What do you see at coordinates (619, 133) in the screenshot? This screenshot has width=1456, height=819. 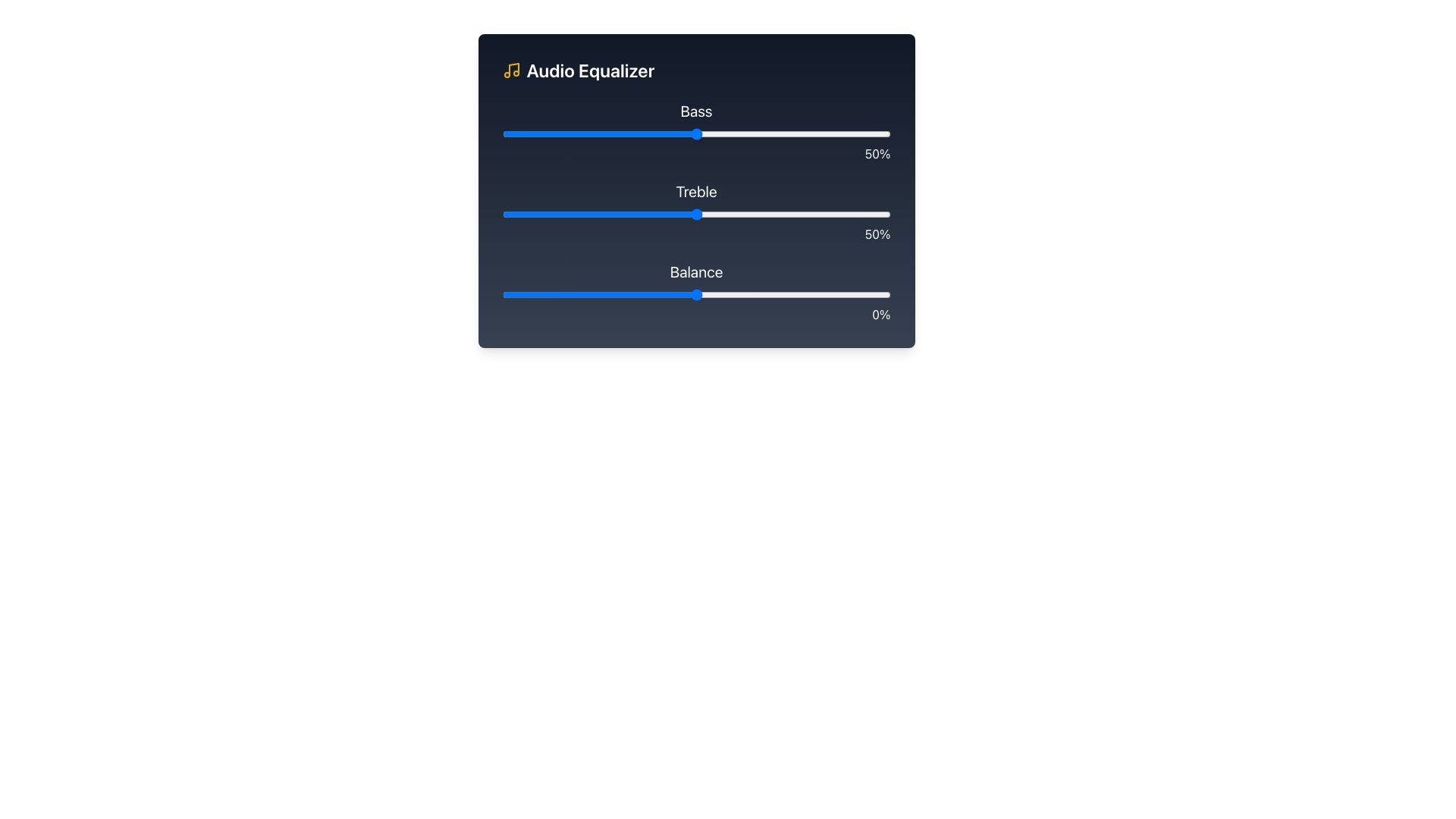 I see `the bass level` at bounding box center [619, 133].